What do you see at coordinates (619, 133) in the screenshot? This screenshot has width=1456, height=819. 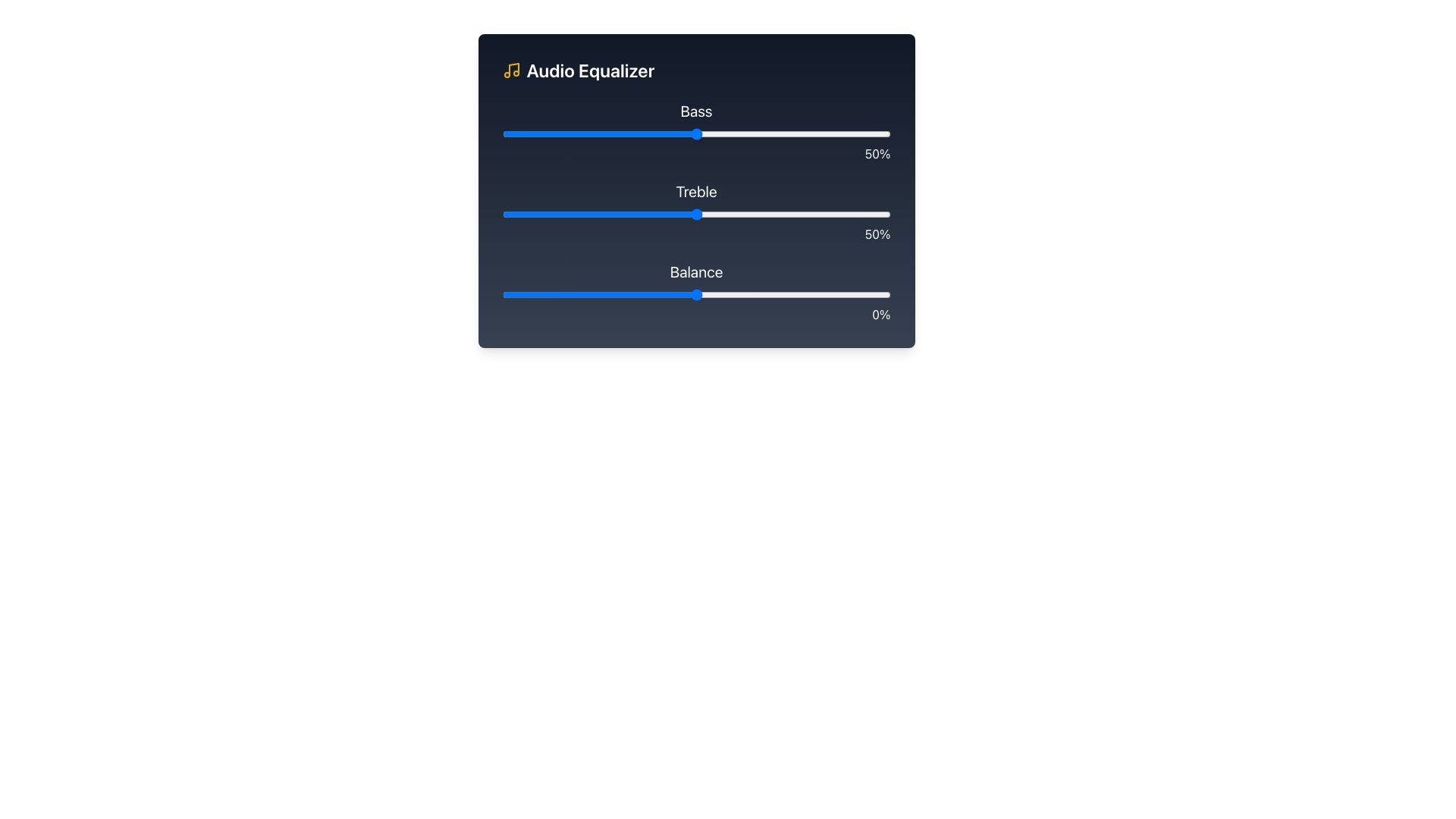 I see `the bass level` at bounding box center [619, 133].